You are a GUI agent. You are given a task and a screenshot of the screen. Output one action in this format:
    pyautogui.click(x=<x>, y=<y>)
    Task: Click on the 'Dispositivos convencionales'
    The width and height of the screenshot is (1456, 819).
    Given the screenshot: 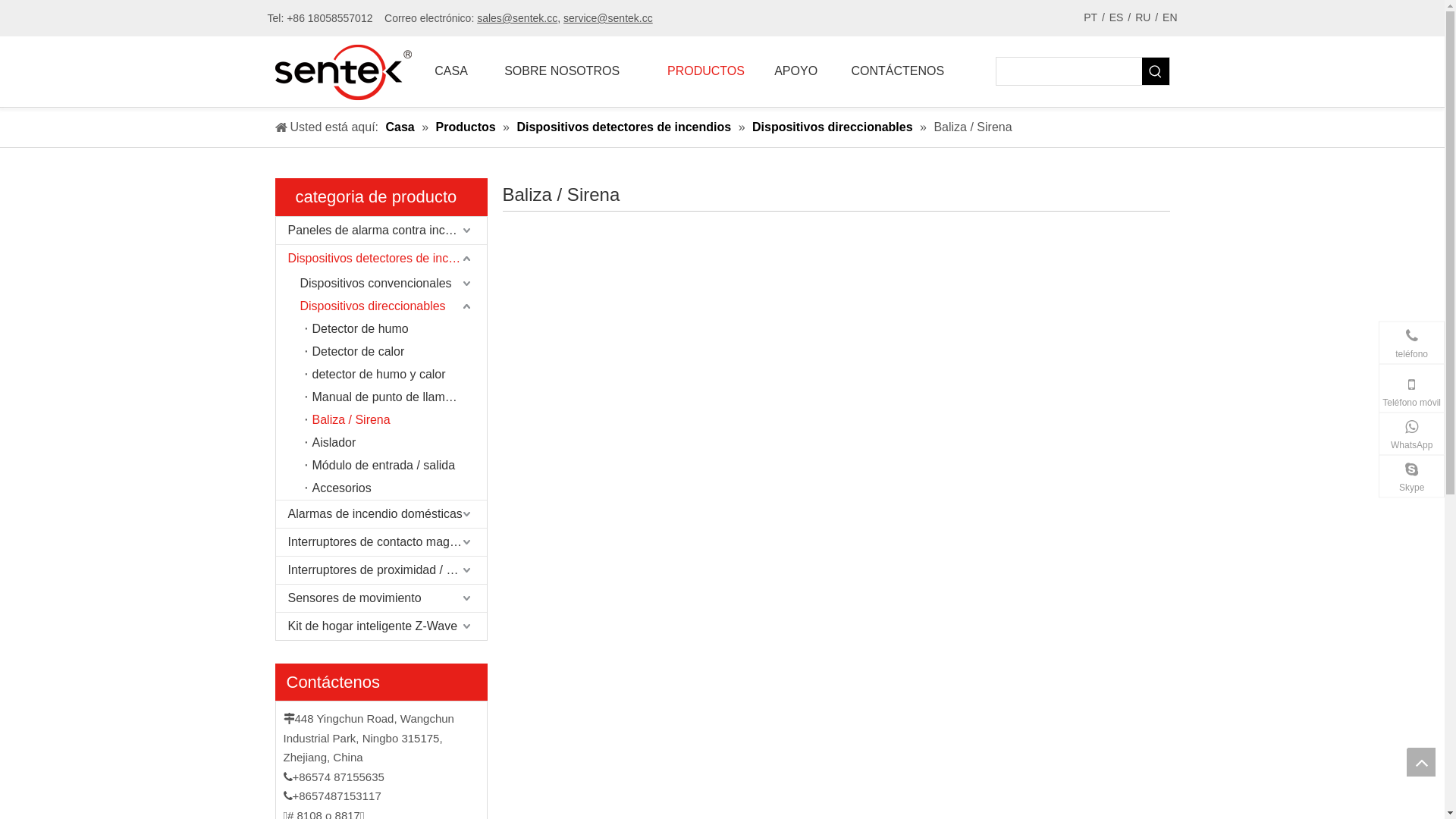 What is the action you would take?
    pyautogui.click(x=389, y=284)
    